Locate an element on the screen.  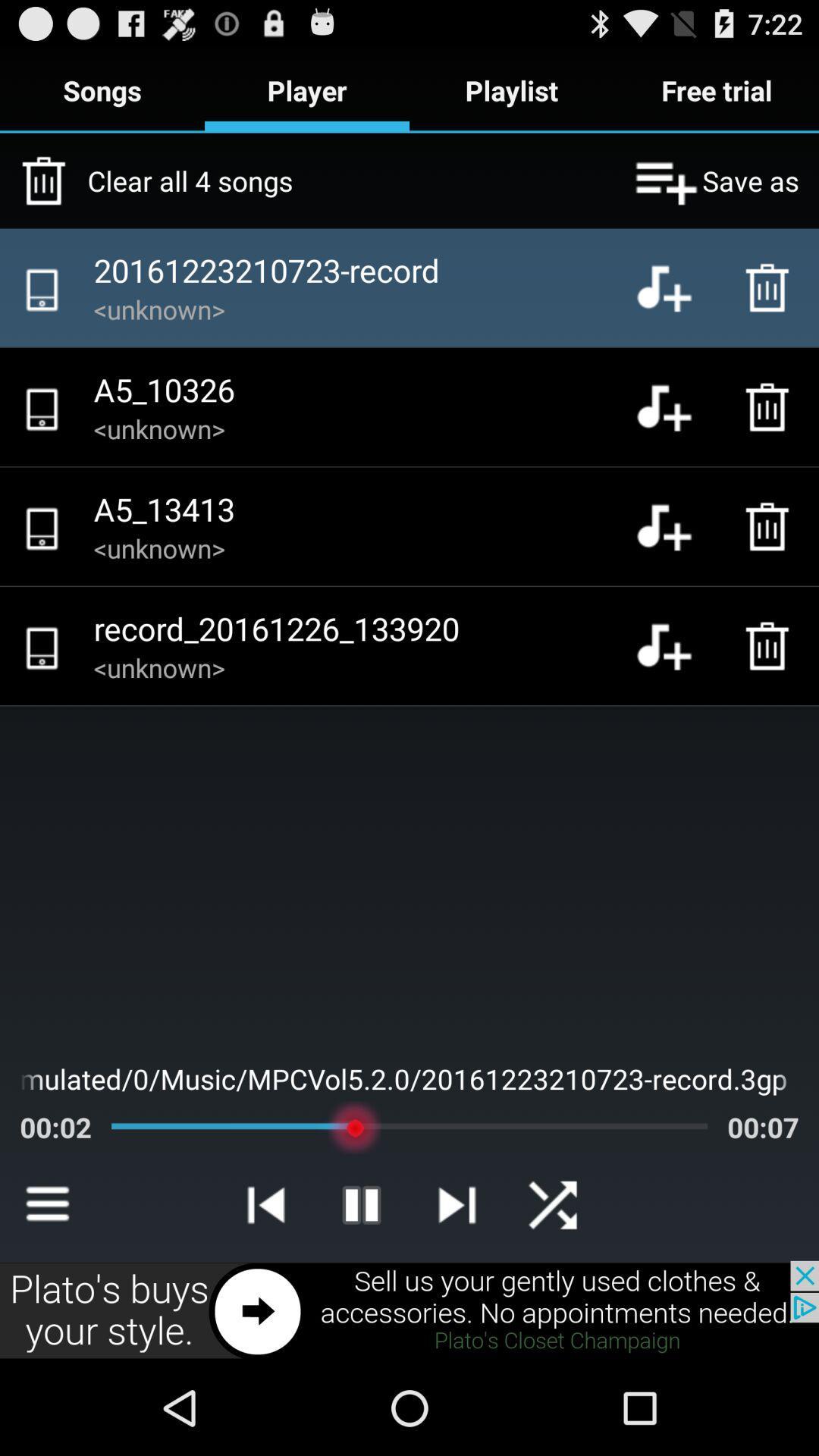
the skip_previous icon is located at coordinates (265, 1288).